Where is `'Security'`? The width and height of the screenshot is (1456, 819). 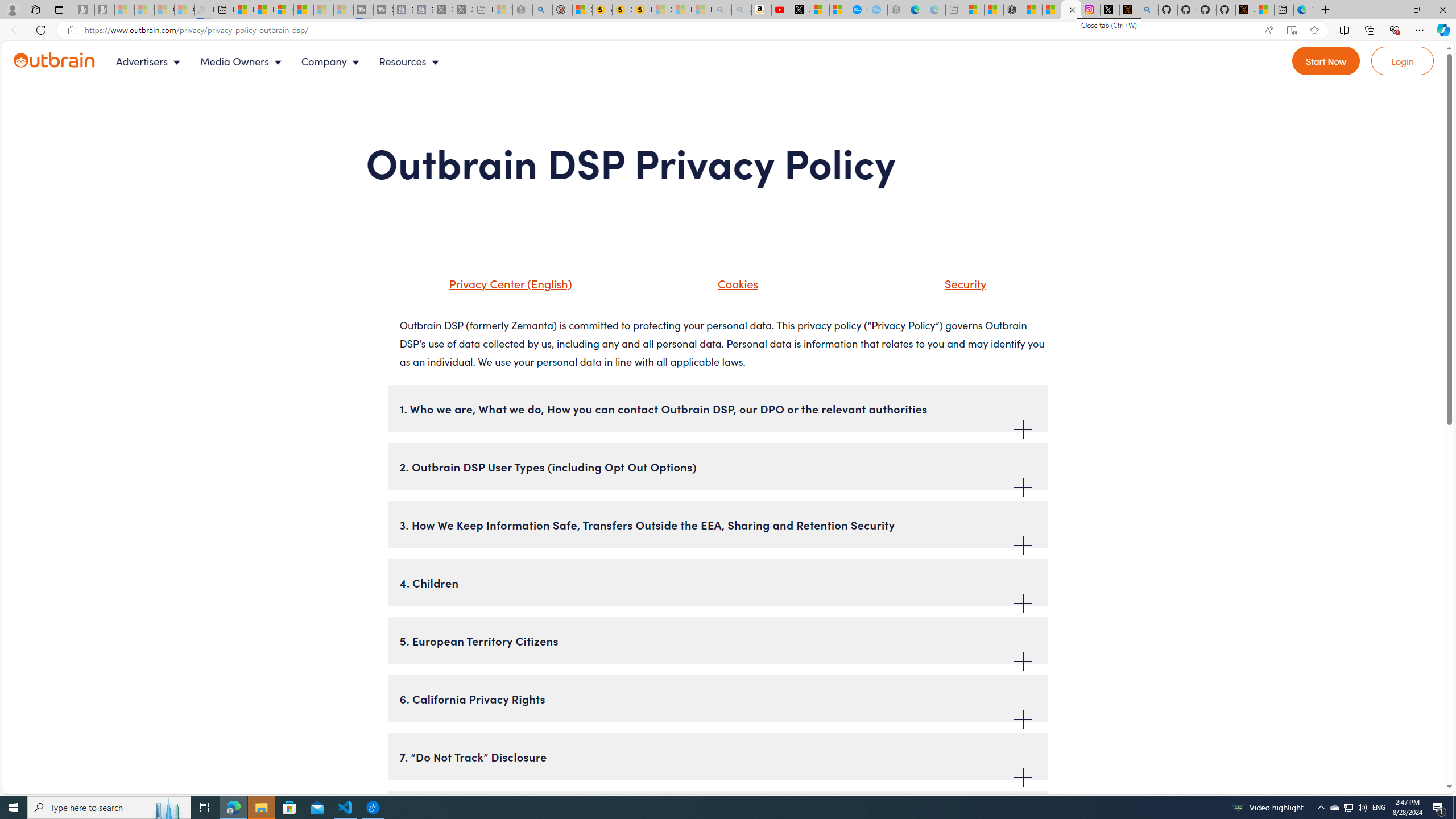
'Security' is located at coordinates (950, 287).